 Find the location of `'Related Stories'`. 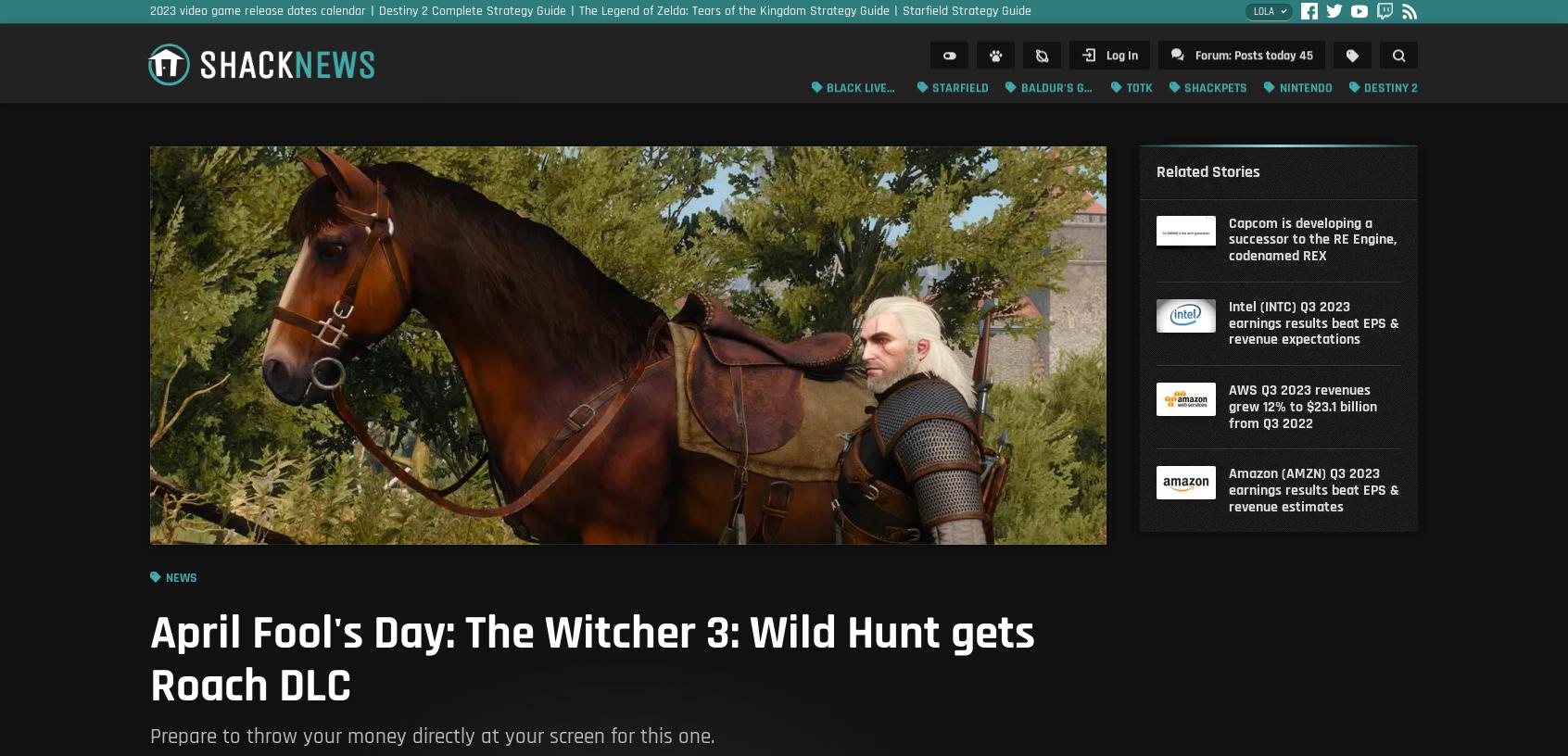

'Related Stories' is located at coordinates (1208, 170).